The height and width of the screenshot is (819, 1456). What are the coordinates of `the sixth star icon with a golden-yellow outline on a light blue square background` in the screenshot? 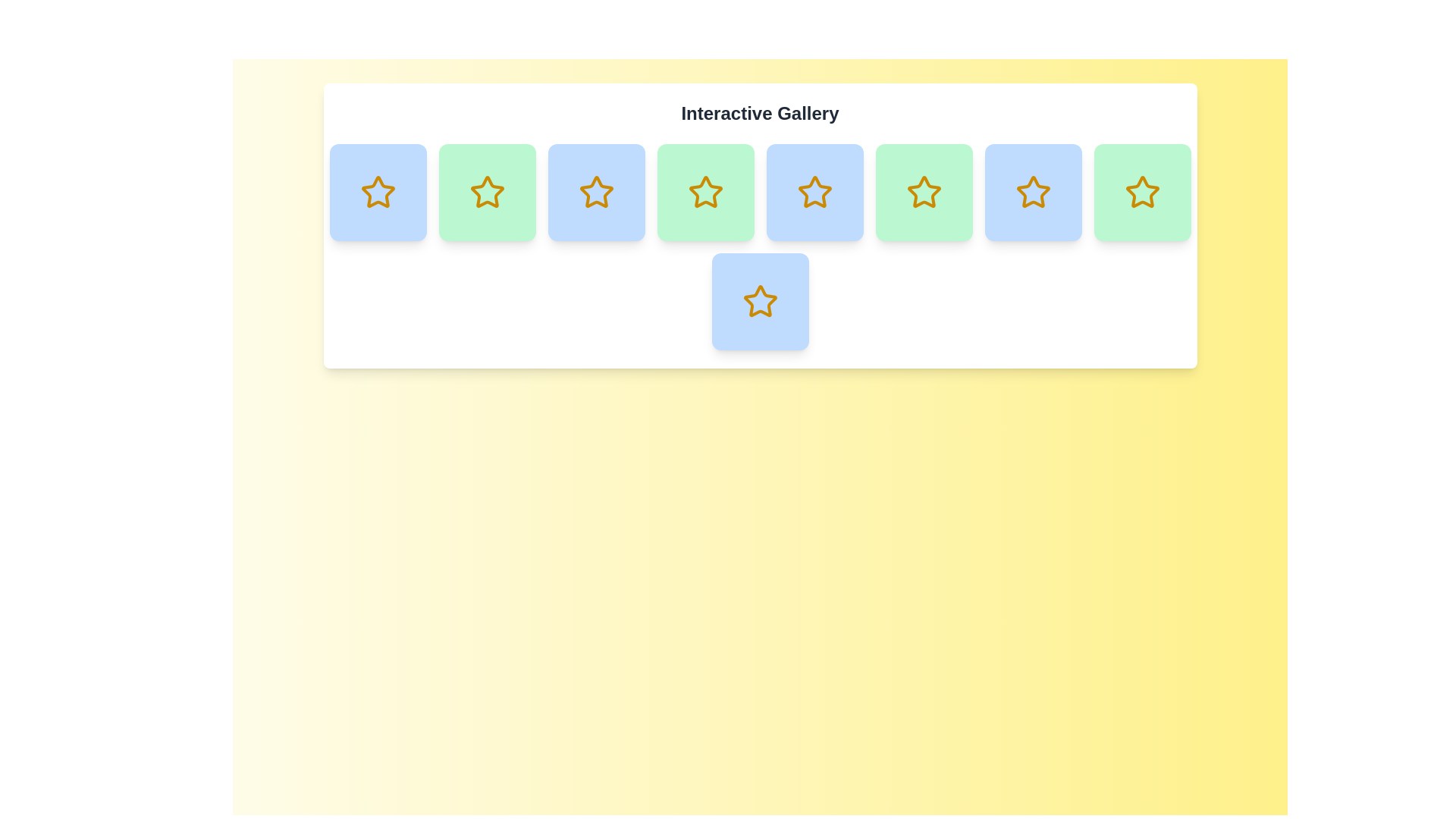 It's located at (1032, 191).